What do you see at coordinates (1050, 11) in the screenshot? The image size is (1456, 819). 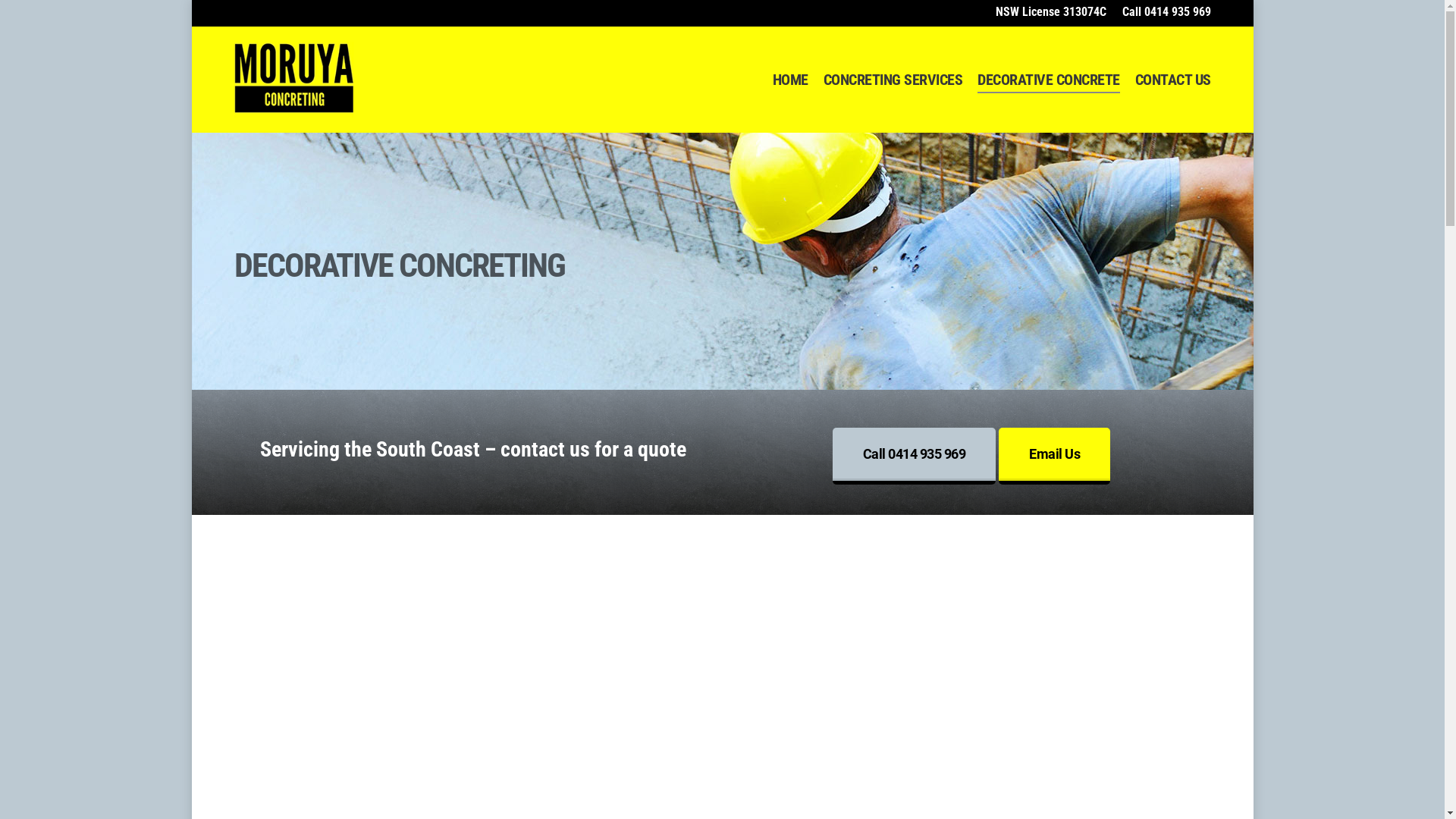 I see `'NSW License 313074C'` at bounding box center [1050, 11].